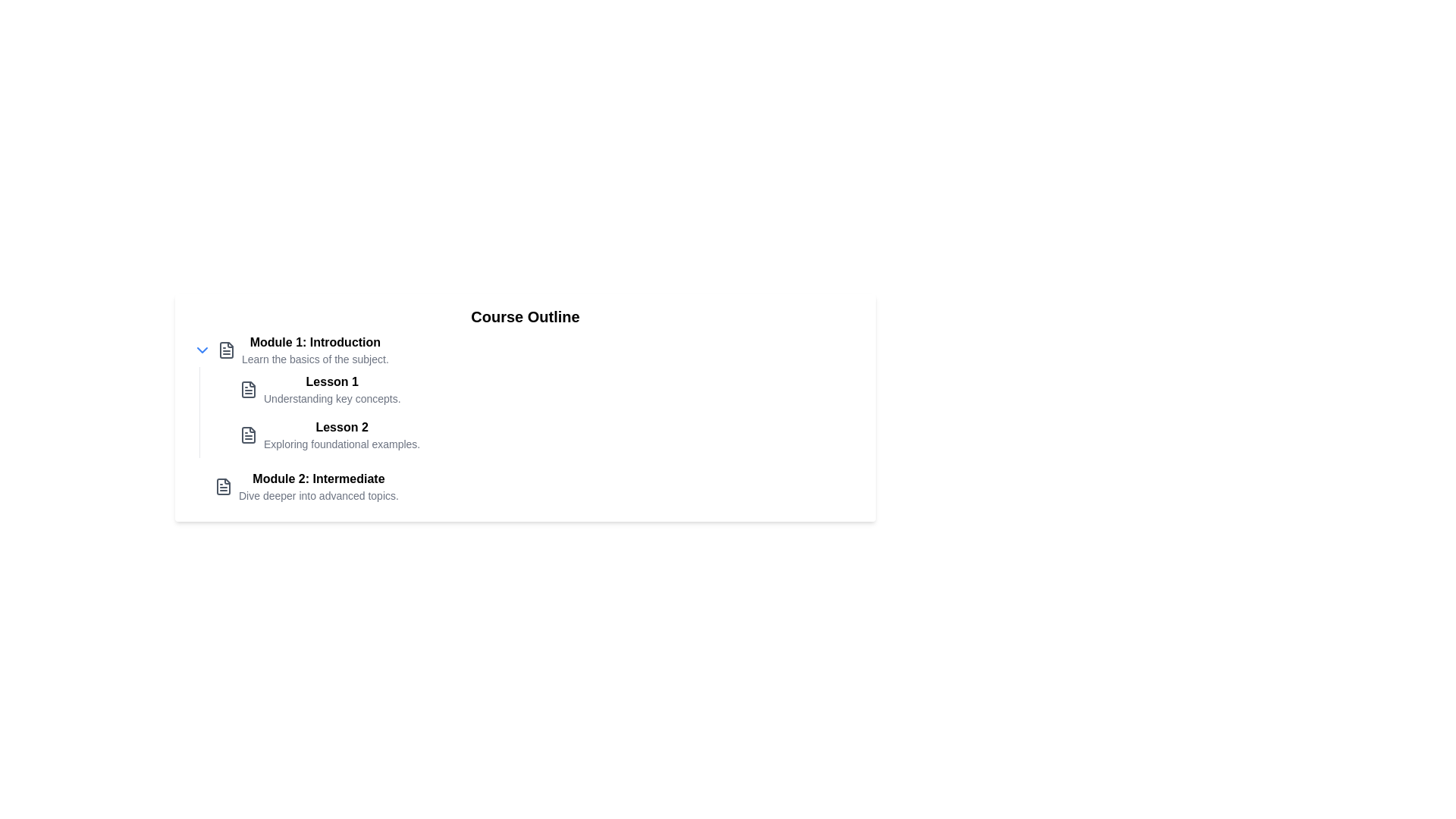  I want to click on the second lesson labeled 'Lesson 2' with the description 'Exploring foundational examples.' under the 'Module 1: Introduction' section, so click(535, 435).